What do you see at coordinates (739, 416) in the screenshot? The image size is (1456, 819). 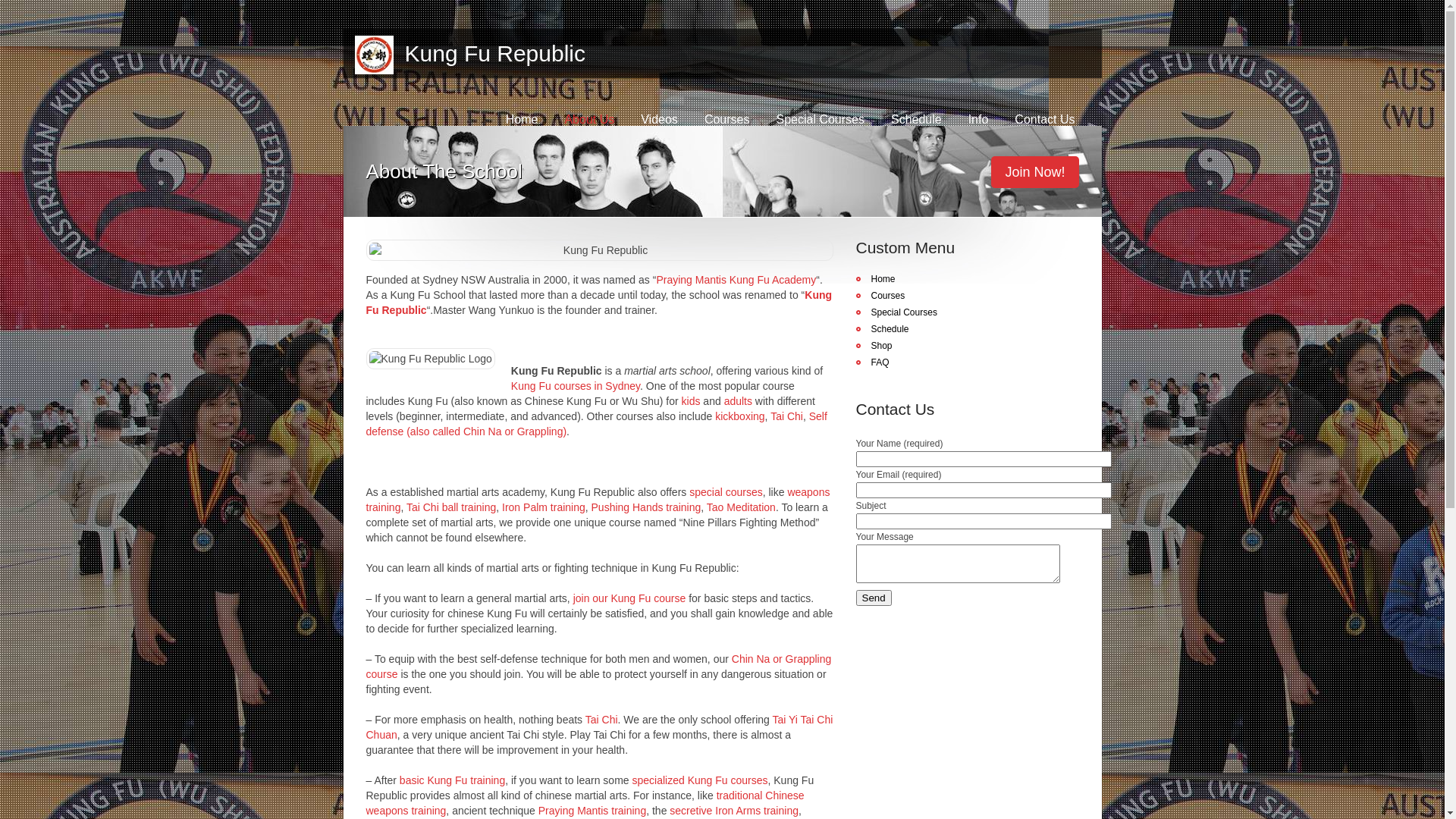 I see `'kickboxing'` at bounding box center [739, 416].